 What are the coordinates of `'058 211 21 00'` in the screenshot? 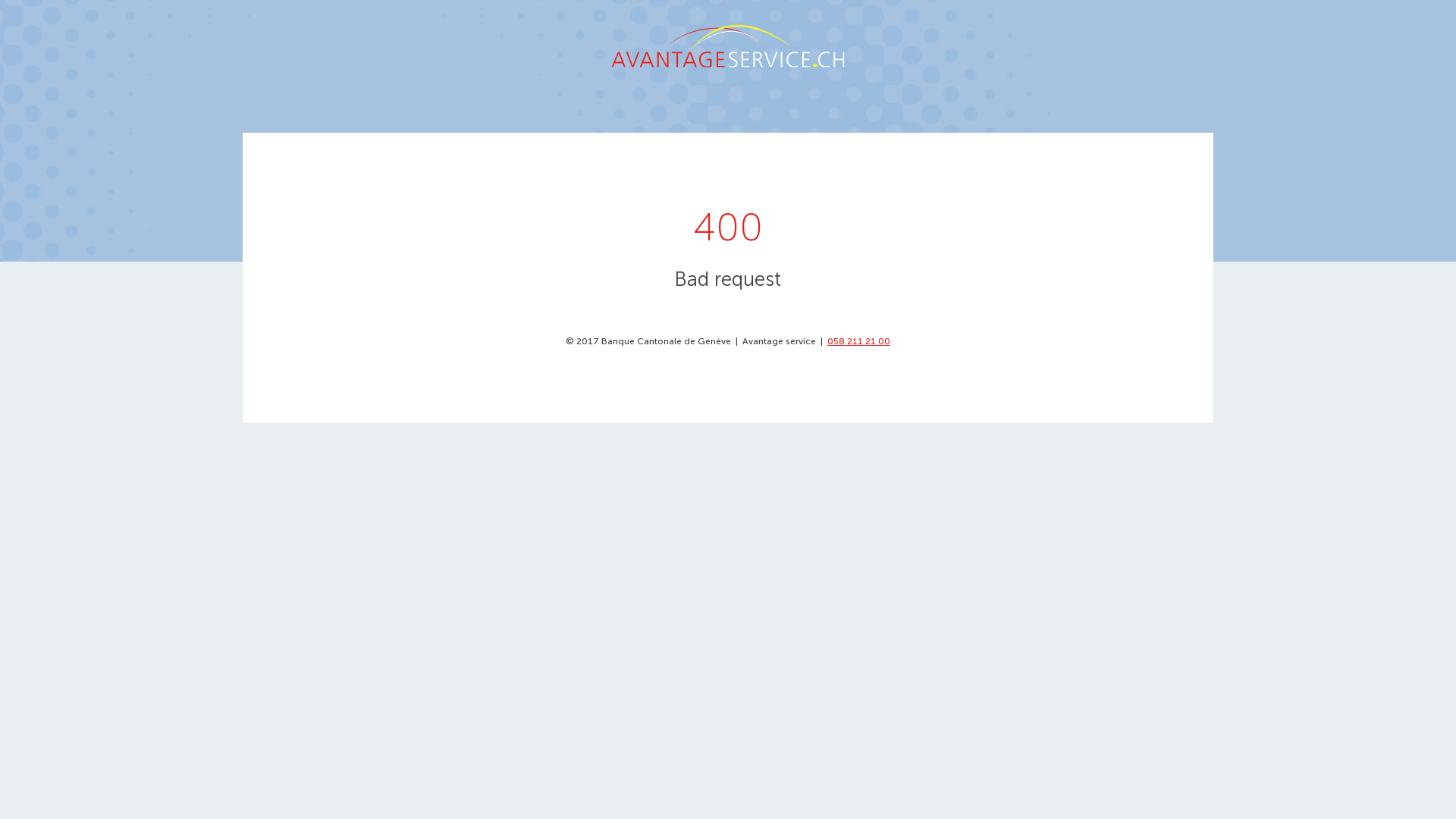 It's located at (826, 341).